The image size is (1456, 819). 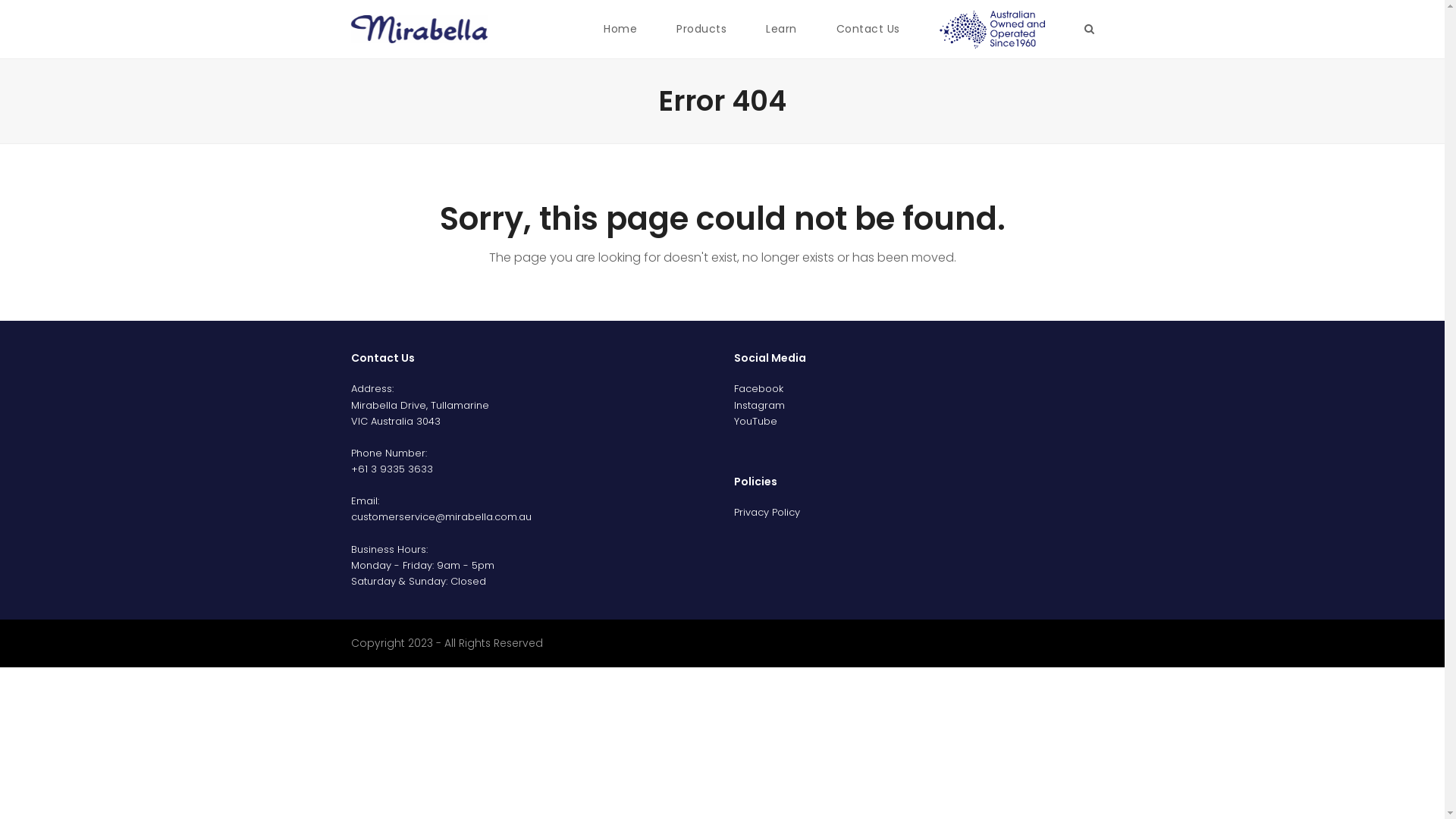 What do you see at coordinates (781, 29) in the screenshot?
I see `'Learn'` at bounding box center [781, 29].